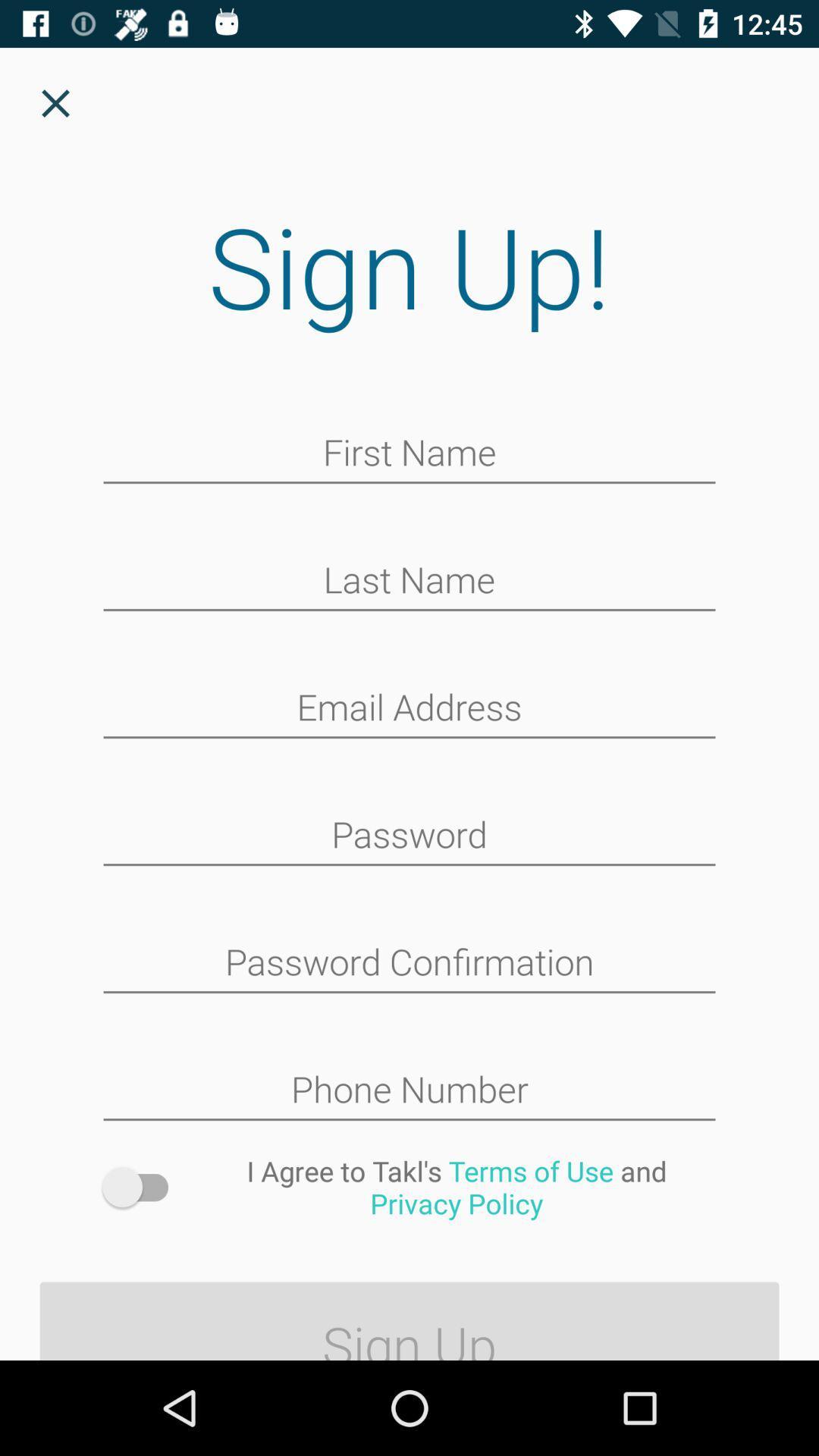 This screenshot has width=819, height=1456. I want to click on this box lastname, so click(409, 581).